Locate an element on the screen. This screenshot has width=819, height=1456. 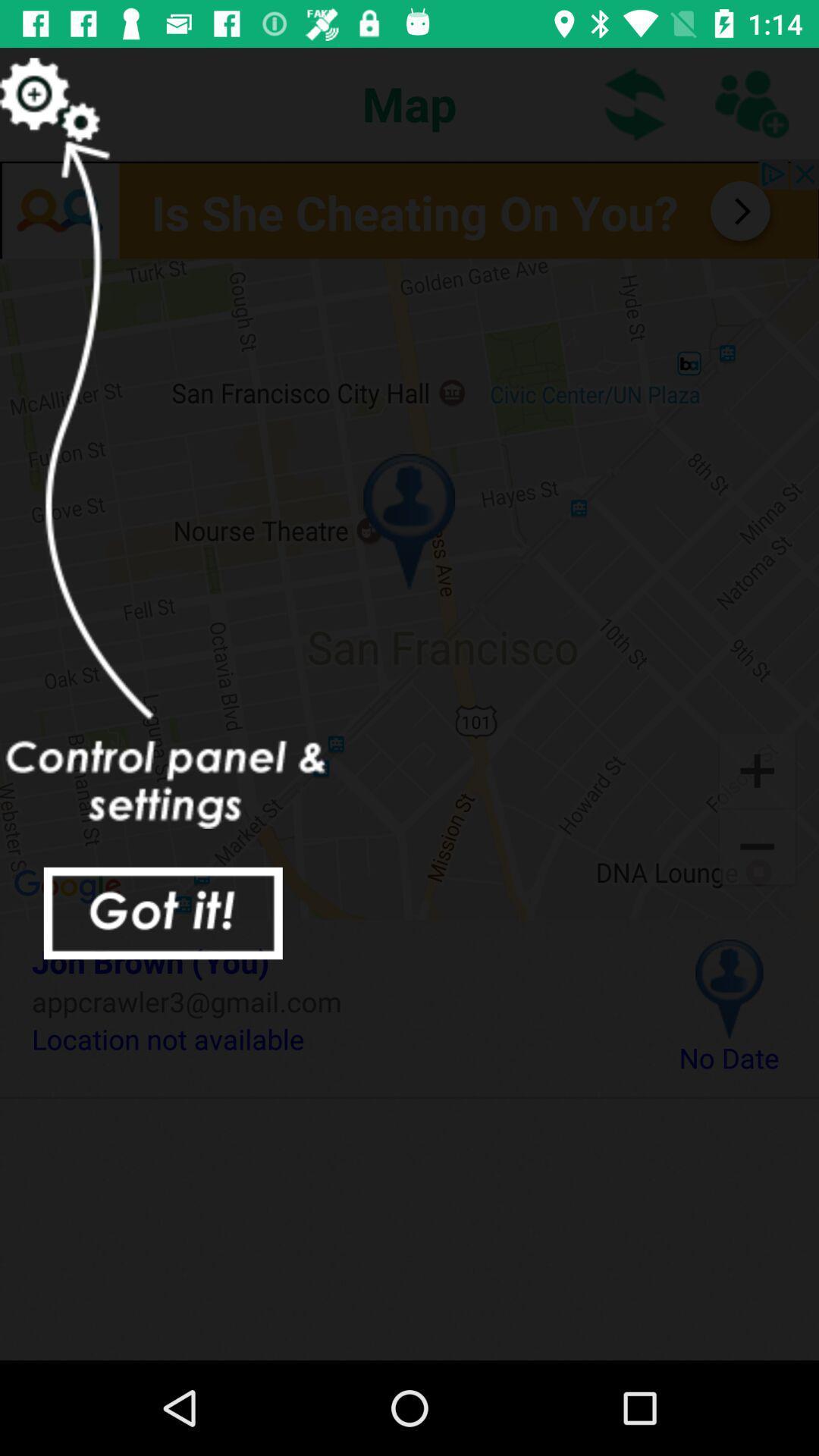
the button which is next to the map is located at coordinates (636, 103).